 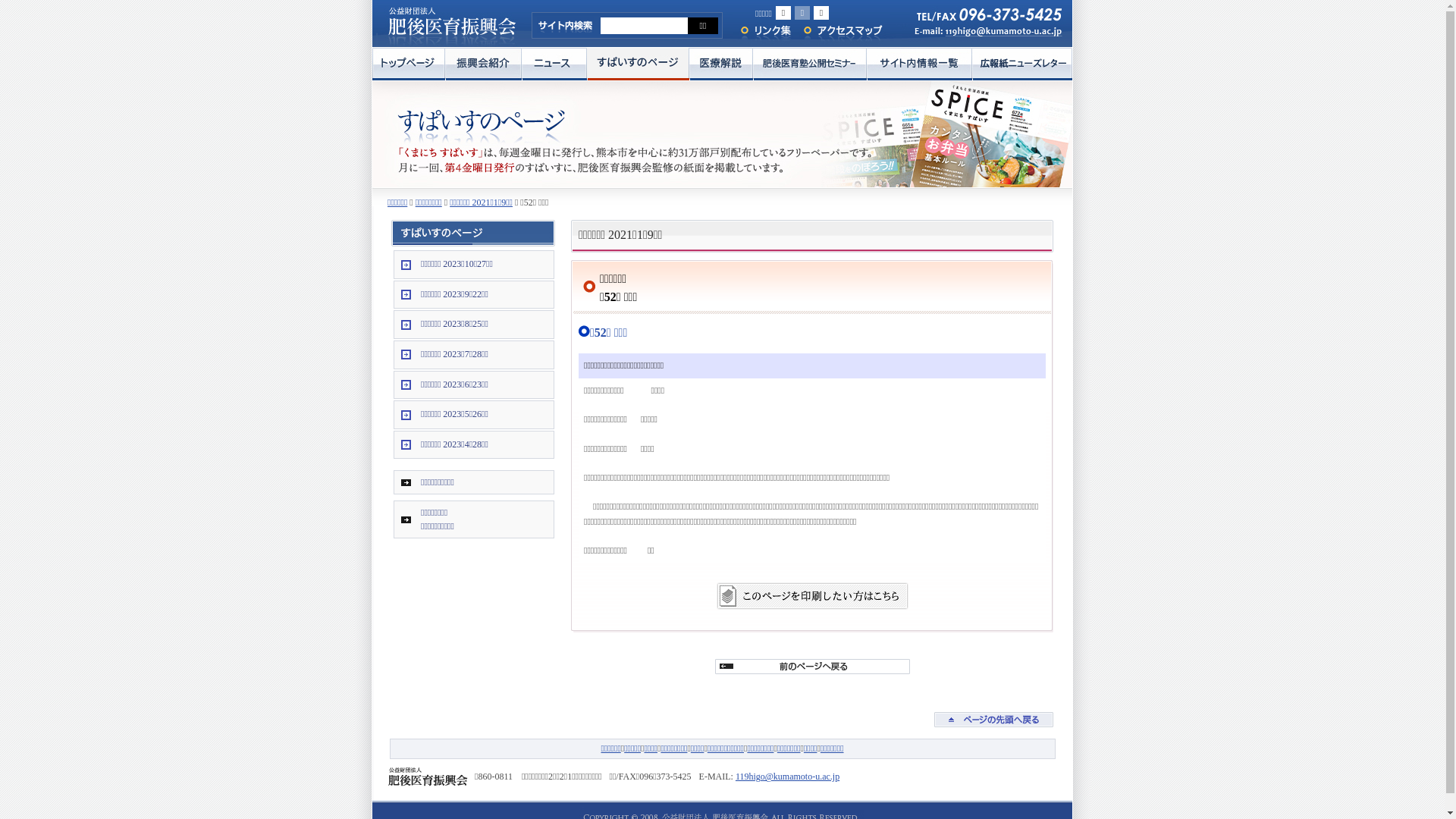 What do you see at coordinates (735, 776) in the screenshot?
I see `'119higo@kumamoto-u.ac.jp'` at bounding box center [735, 776].